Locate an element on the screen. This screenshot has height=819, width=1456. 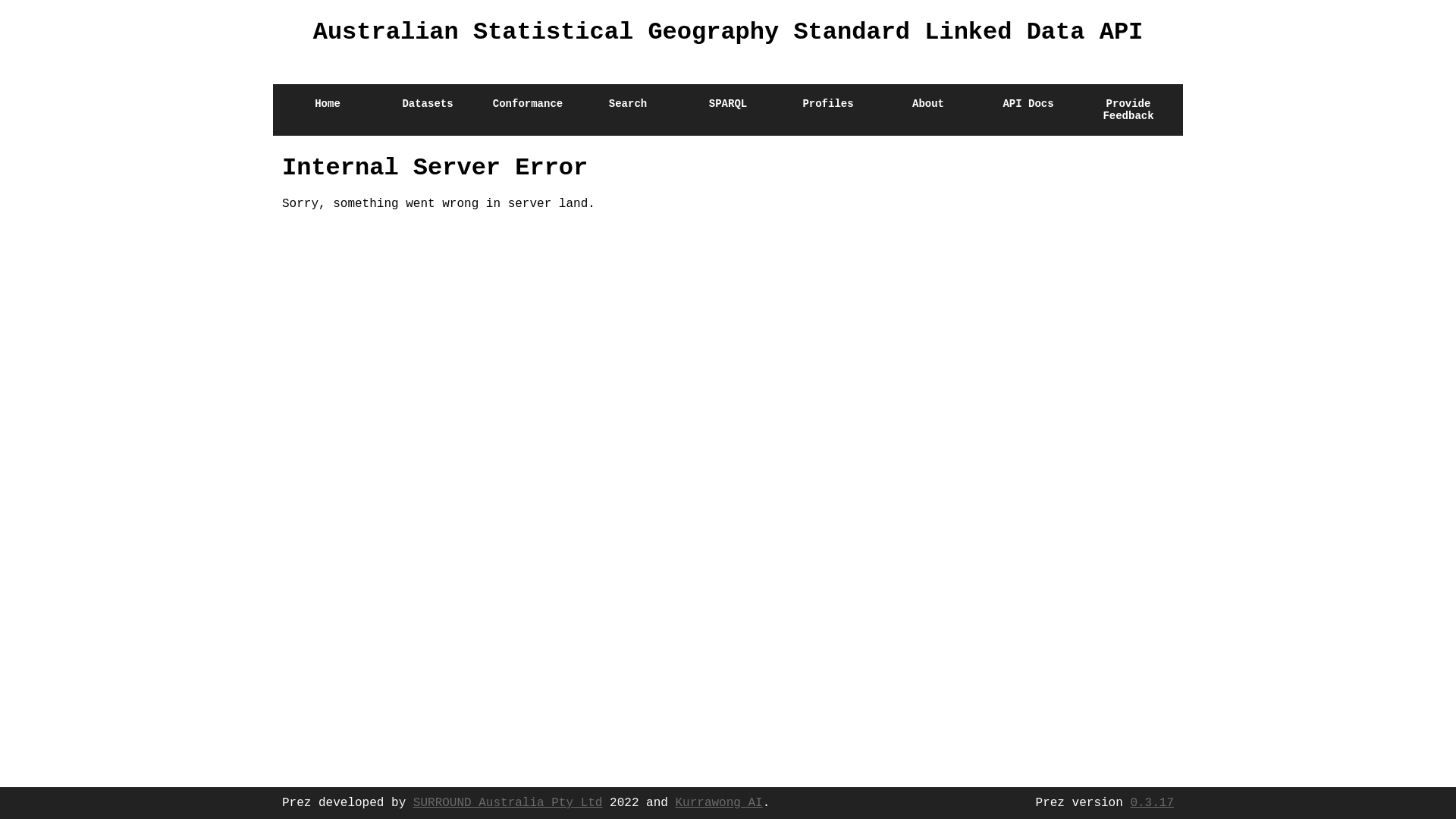
'Home' is located at coordinates (288, 74).